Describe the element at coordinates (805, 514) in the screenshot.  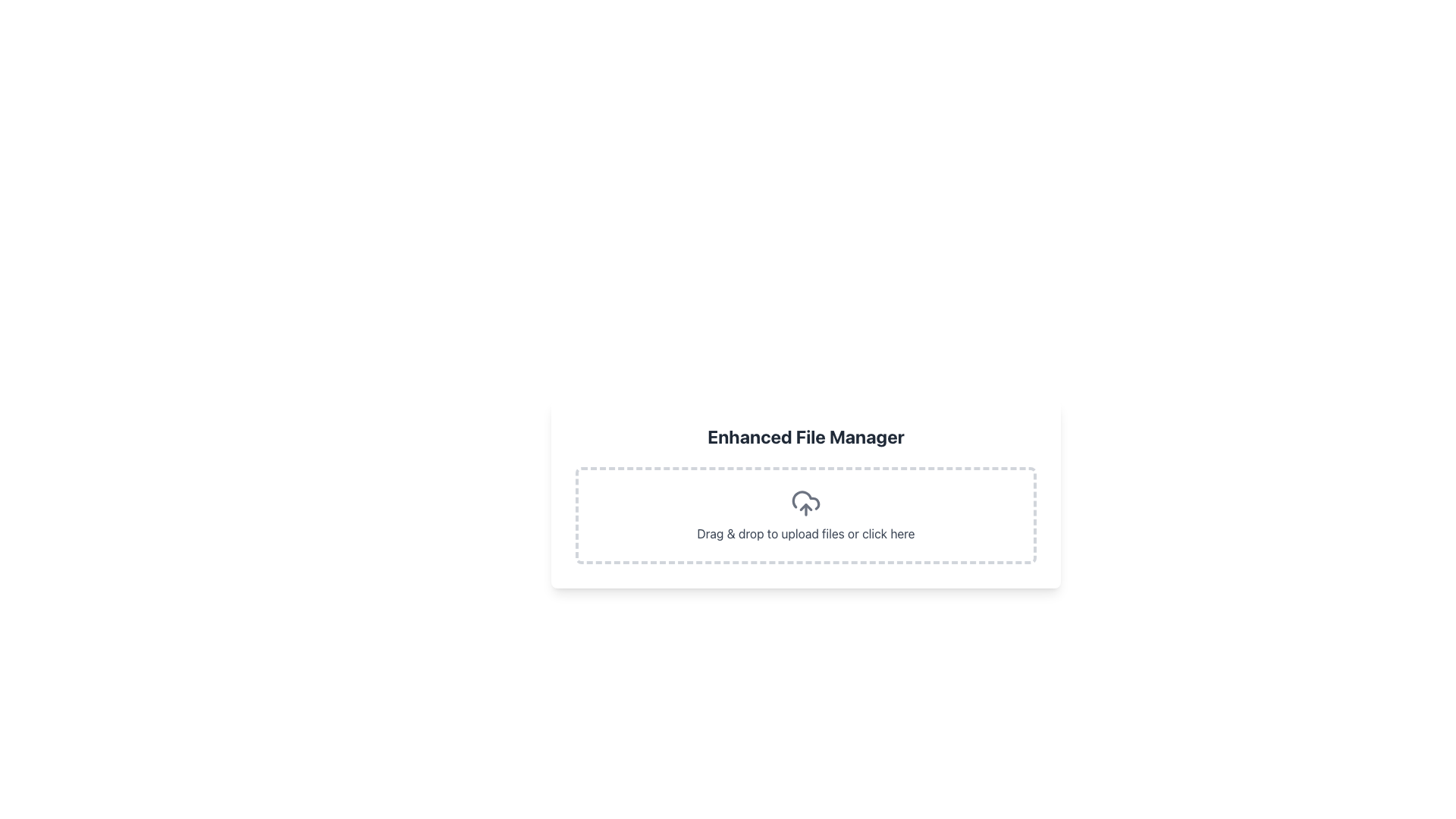
I see `the interactive file upload area located in the central part of the interface within the 'Enhanced File Manager' section` at that location.